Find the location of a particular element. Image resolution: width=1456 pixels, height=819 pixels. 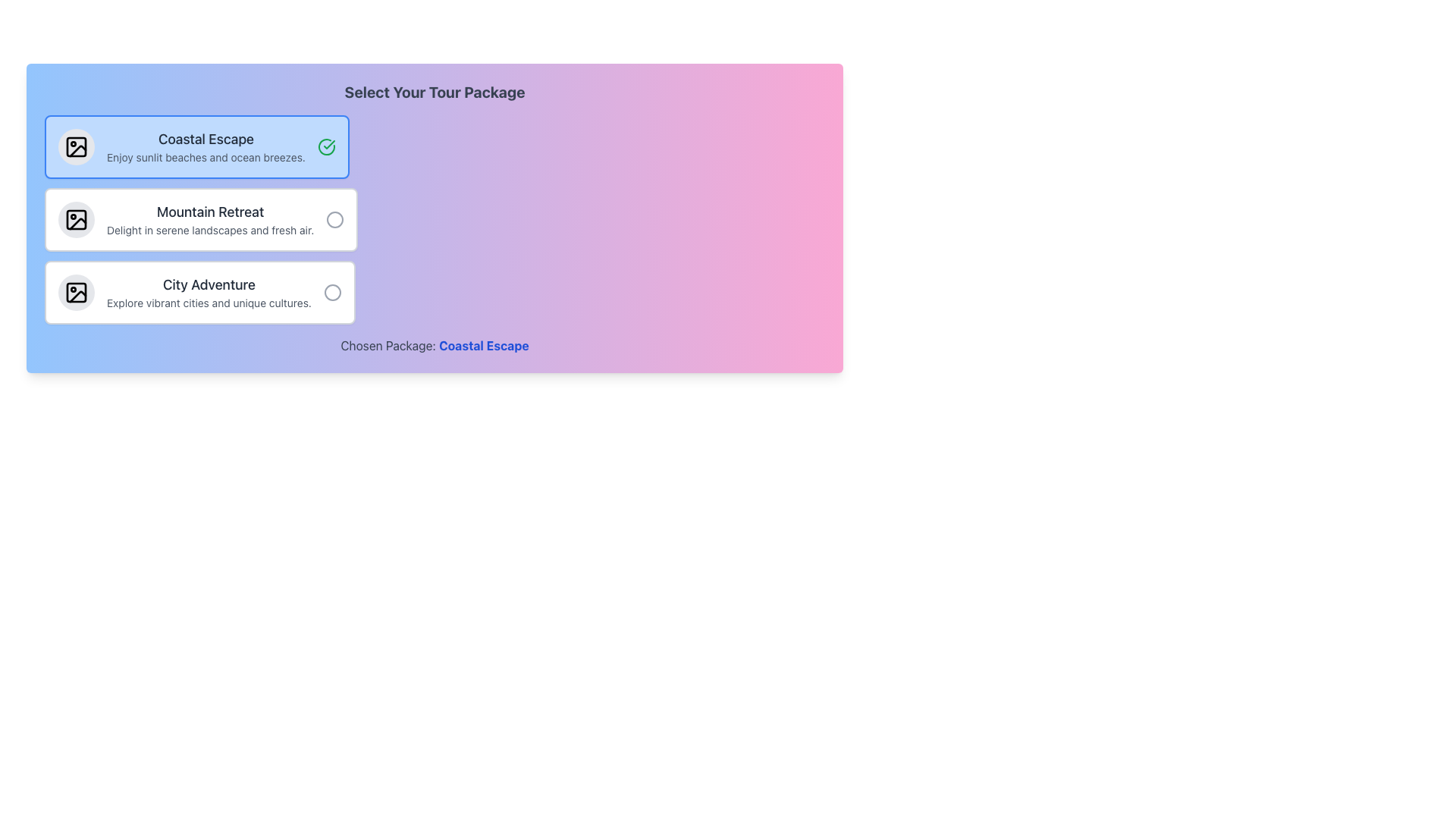

bold, centered heading text that says 'Select Your Tour Package' styled in large gray font against a gradient background is located at coordinates (434, 93).